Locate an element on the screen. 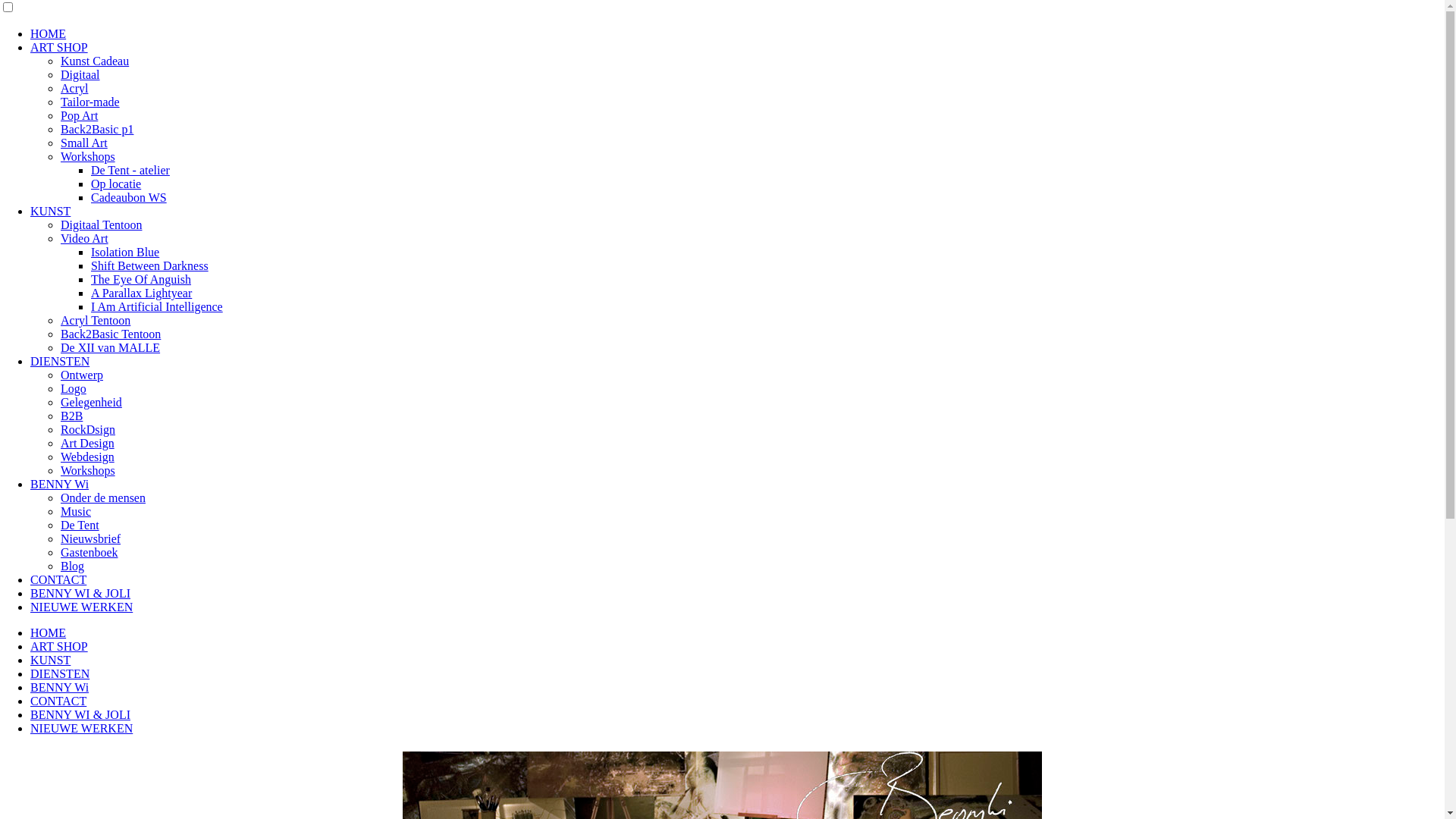 Image resolution: width=1456 pixels, height=819 pixels. 'De Tent - atelier' is located at coordinates (90, 170).